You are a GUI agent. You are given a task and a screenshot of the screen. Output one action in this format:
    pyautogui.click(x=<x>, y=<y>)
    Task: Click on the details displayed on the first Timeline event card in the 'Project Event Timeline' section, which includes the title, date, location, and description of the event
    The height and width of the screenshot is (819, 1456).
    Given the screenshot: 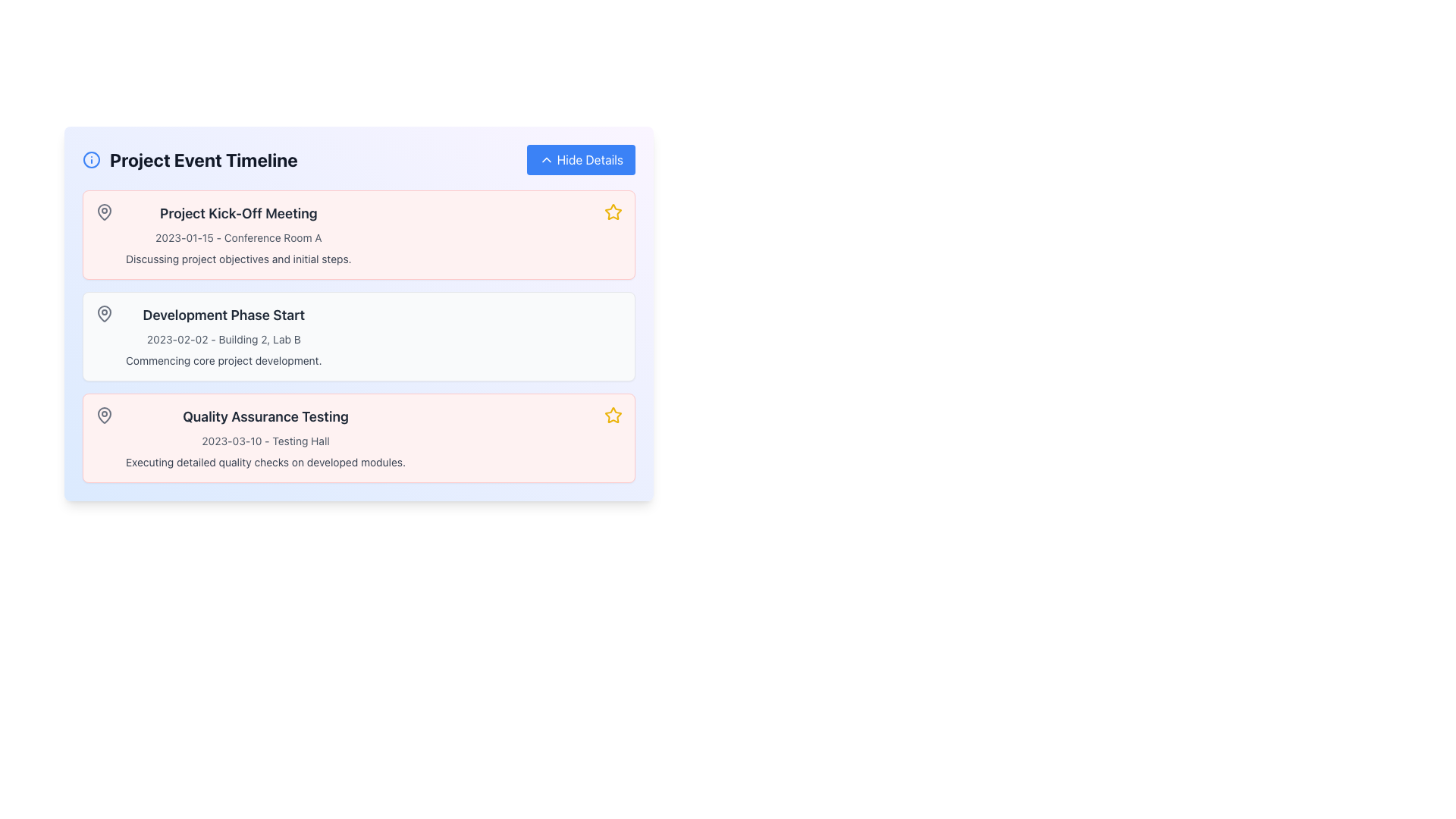 What is the action you would take?
    pyautogui.click(x=358, y=234)
    